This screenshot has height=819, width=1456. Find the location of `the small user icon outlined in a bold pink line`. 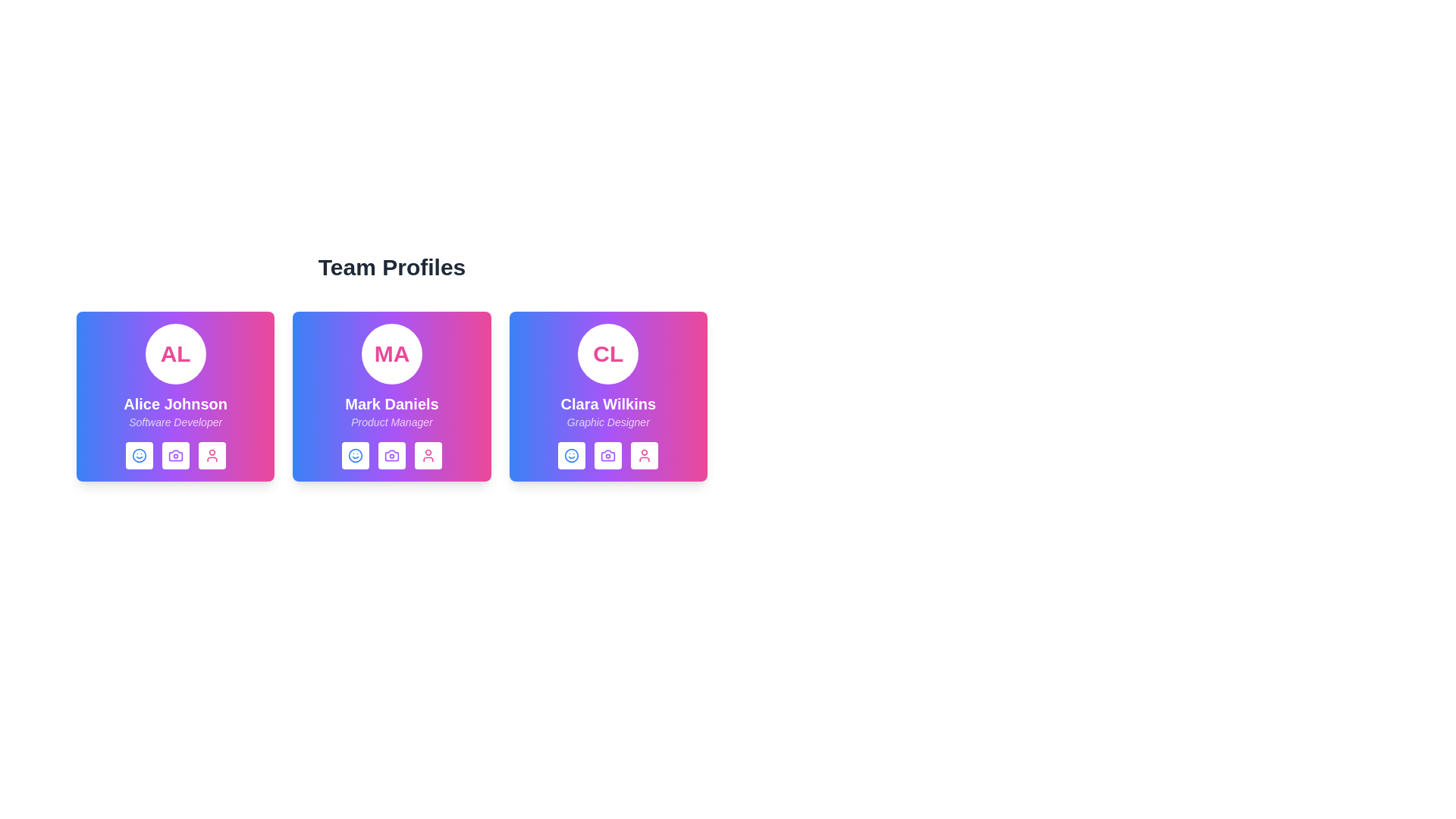

the small user icon outlined in a bold pink line is located at coordinates (211, 455).